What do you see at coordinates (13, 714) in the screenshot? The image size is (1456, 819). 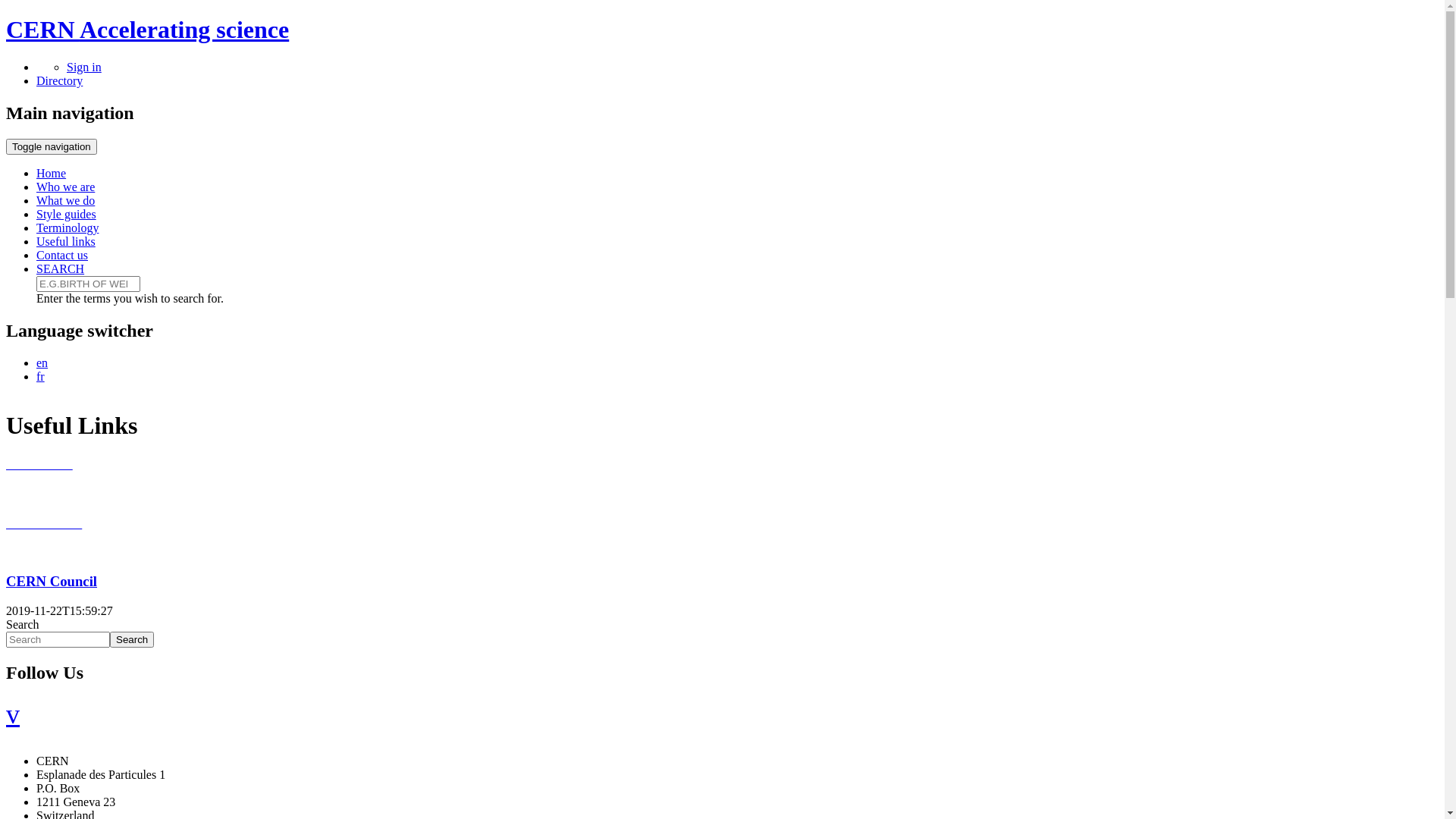 I see `'v'` at bounding box center [13, 714].